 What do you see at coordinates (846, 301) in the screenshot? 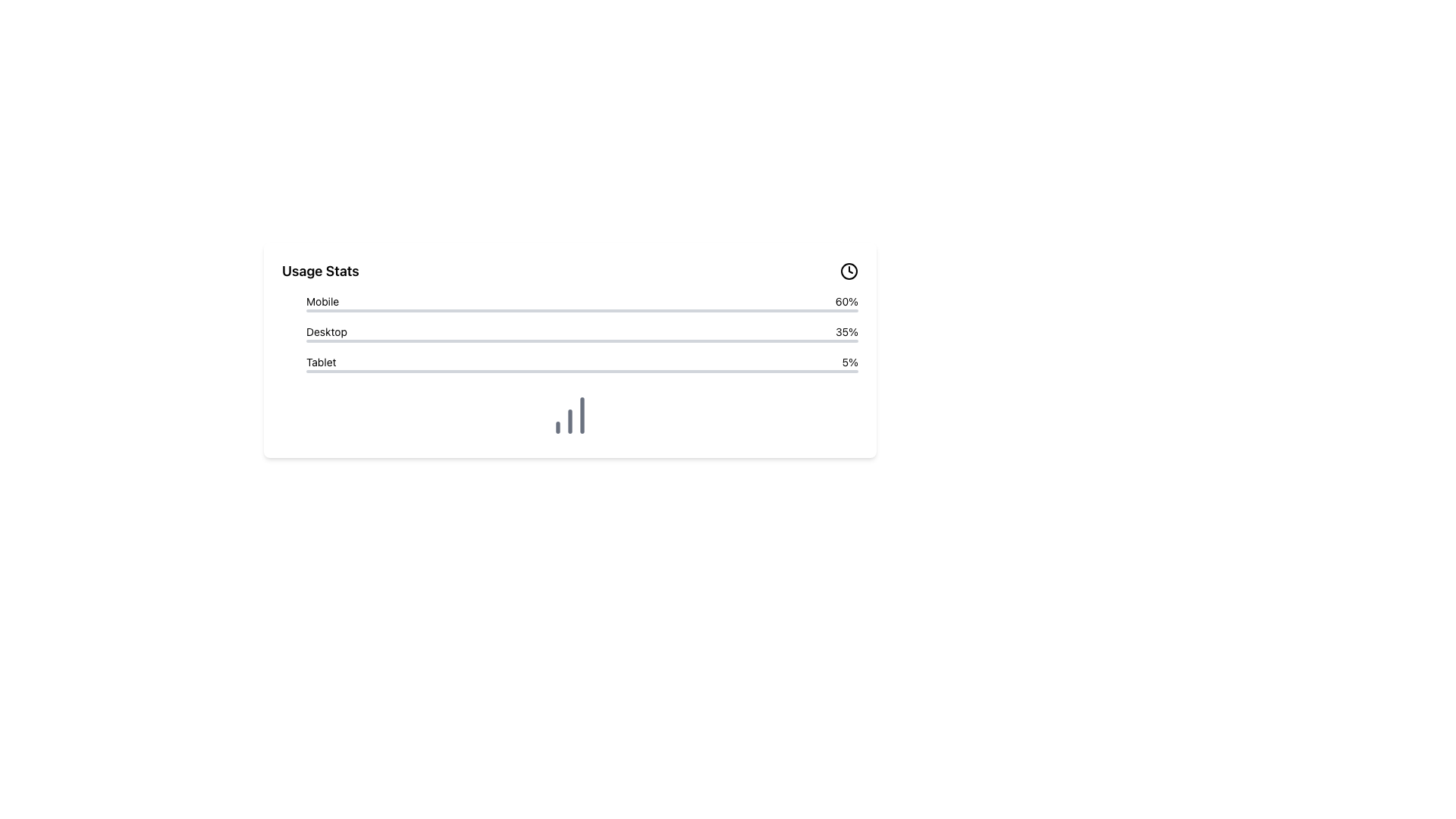
I see `the text display element showing '60%' which is styled in bold and aligned horizontally with the 'Mobile' label` at bounding box center [846, 301].